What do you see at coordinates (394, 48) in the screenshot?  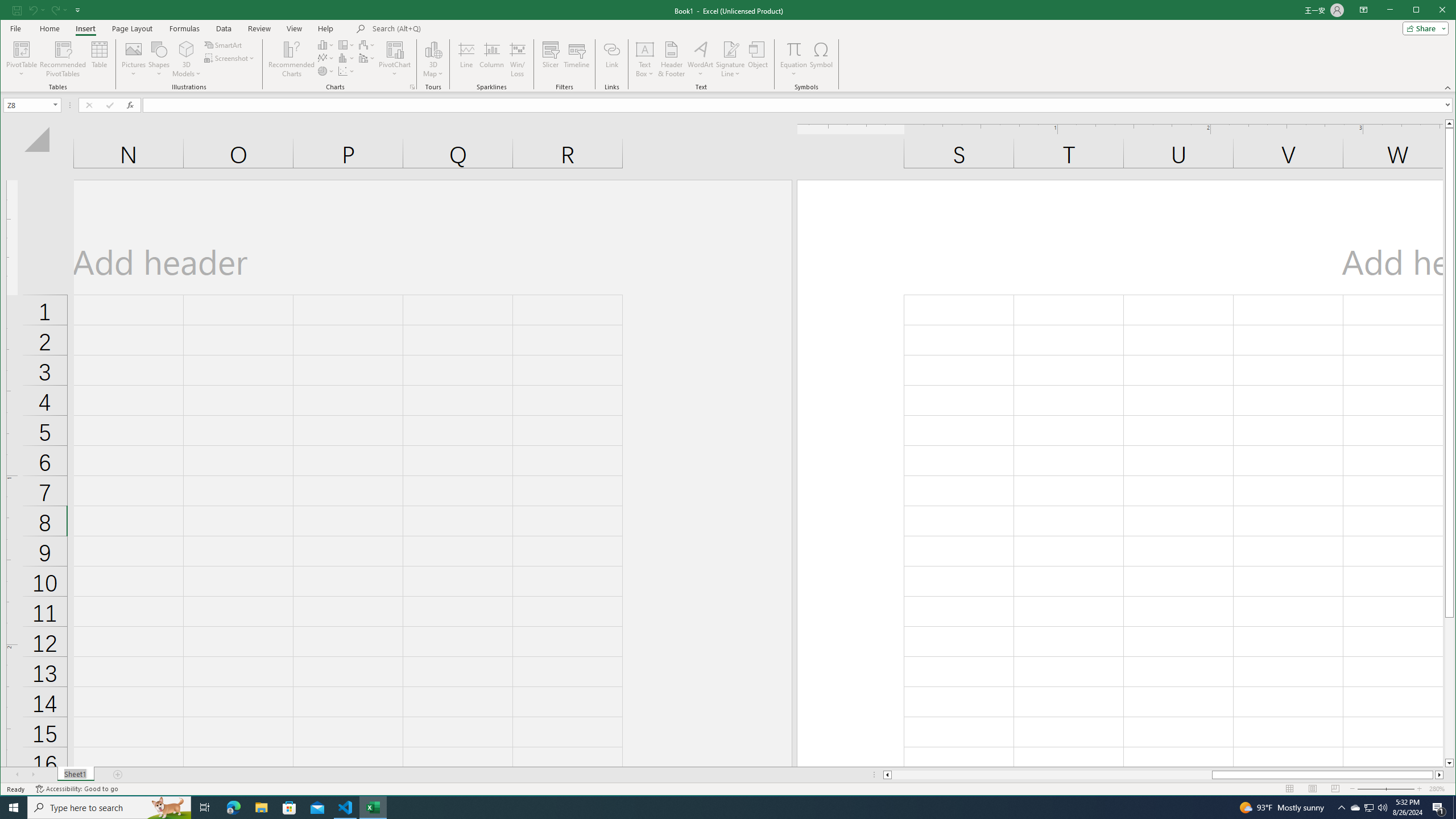 I see `'PivotChart'` at bounding box center [394, 48].